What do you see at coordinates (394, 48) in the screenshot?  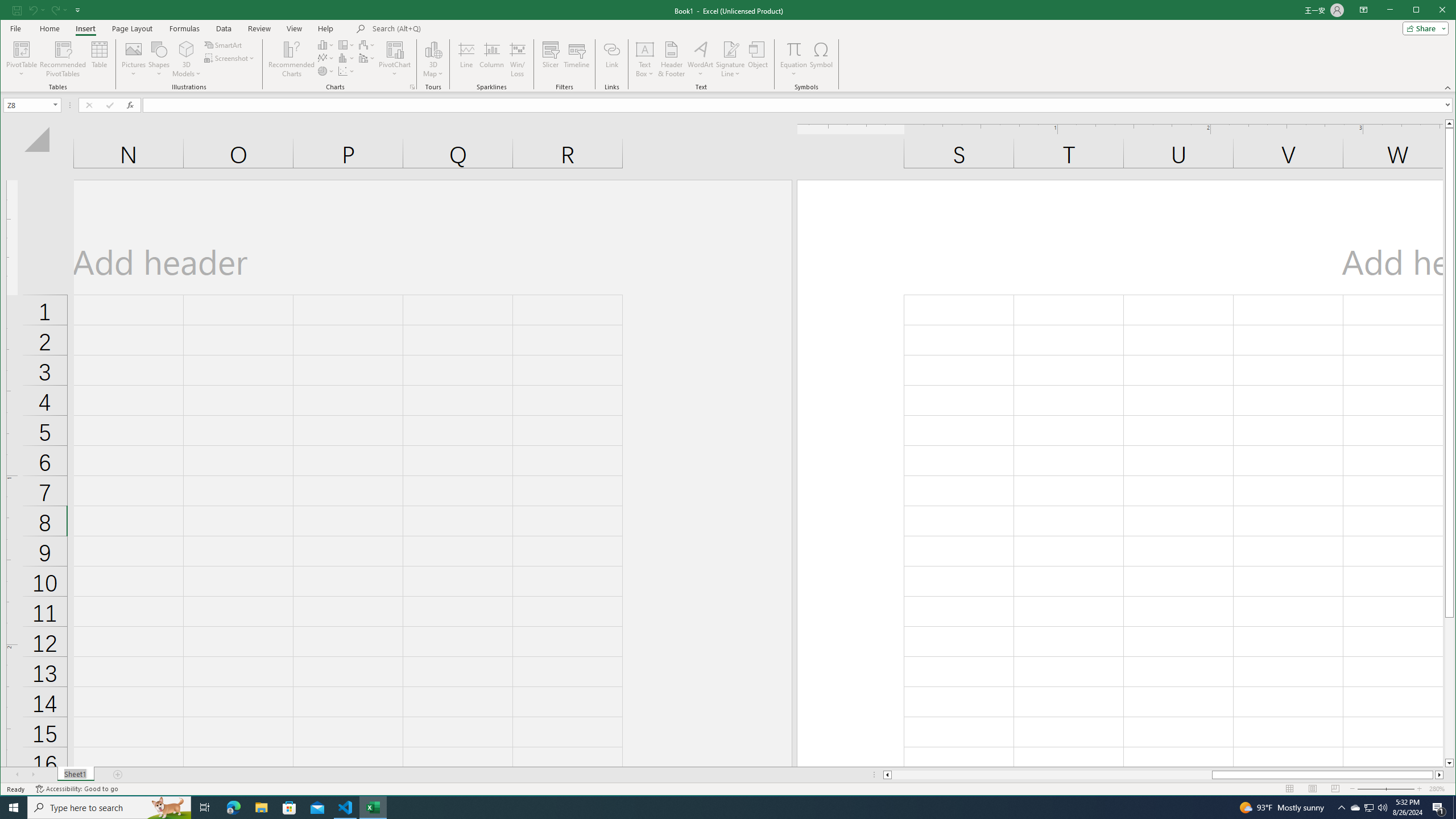 I see `'PivotChart'` at bounding box center [394, 48].